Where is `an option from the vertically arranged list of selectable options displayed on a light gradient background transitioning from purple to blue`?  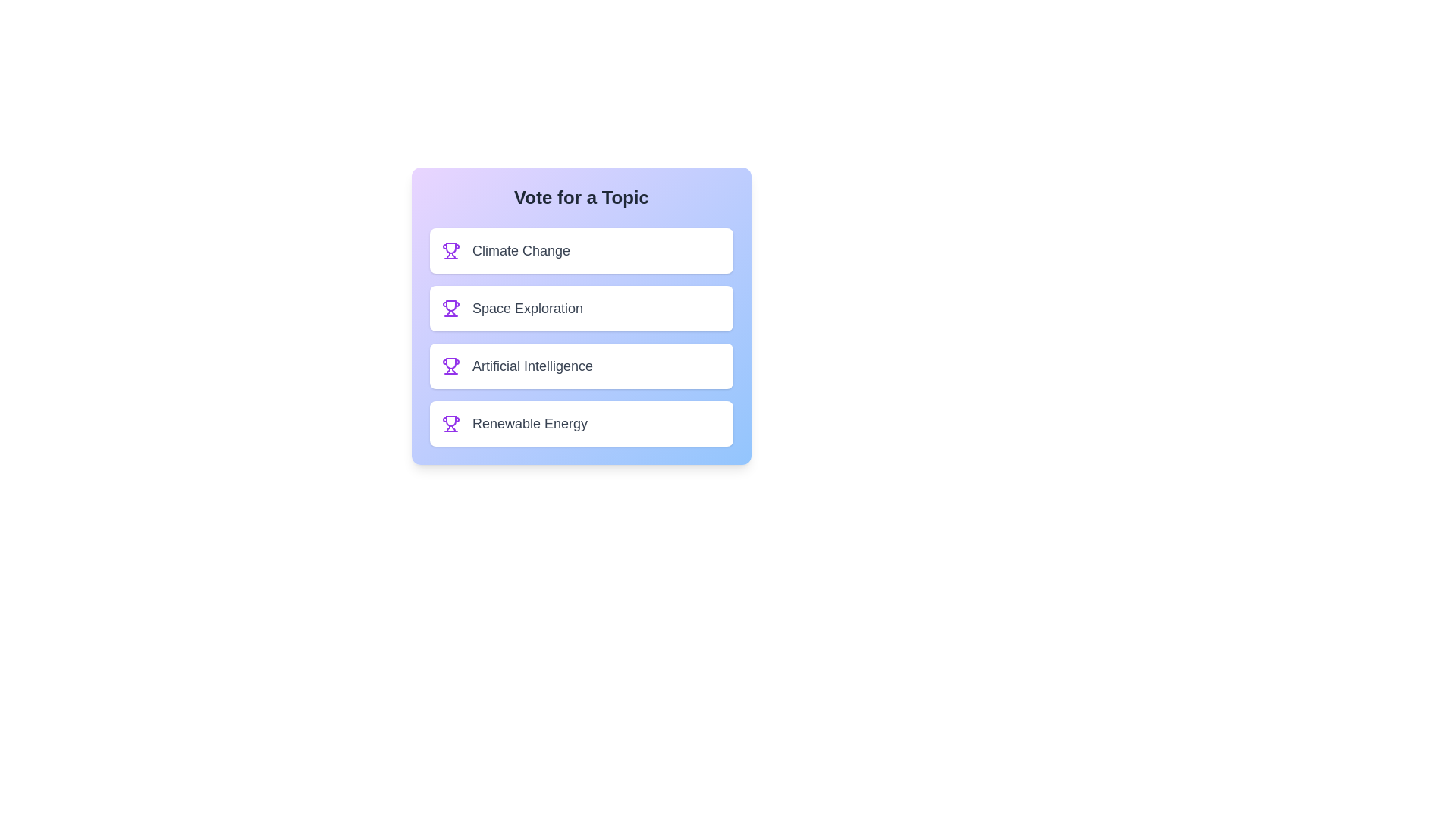
an option from the vertically arranged list of selectable options displayed on a light gradient background transitioning from purple to blue is located at coordinates (581, 336).